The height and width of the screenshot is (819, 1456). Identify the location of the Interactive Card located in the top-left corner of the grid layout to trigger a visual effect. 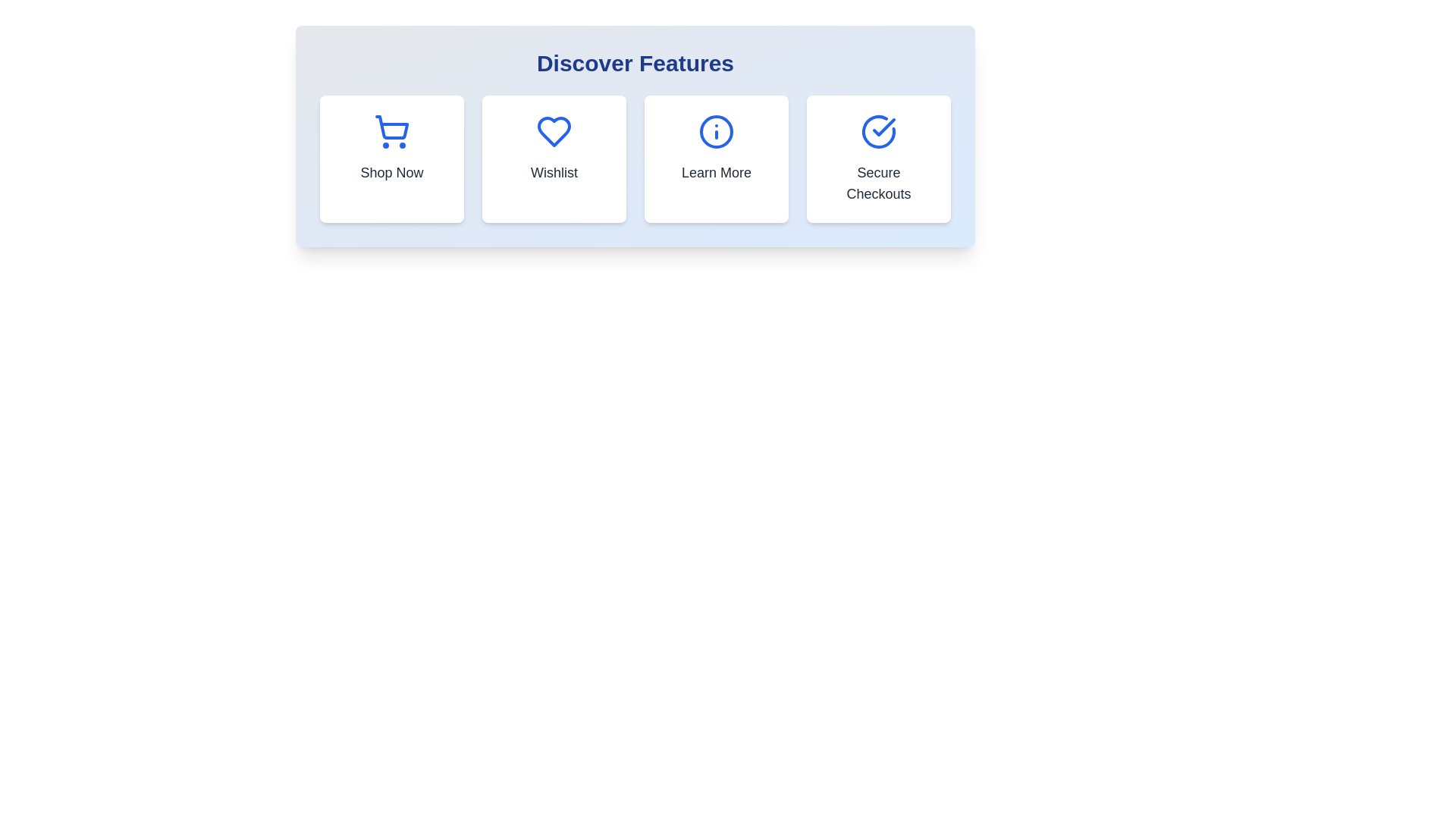
(392, 158).